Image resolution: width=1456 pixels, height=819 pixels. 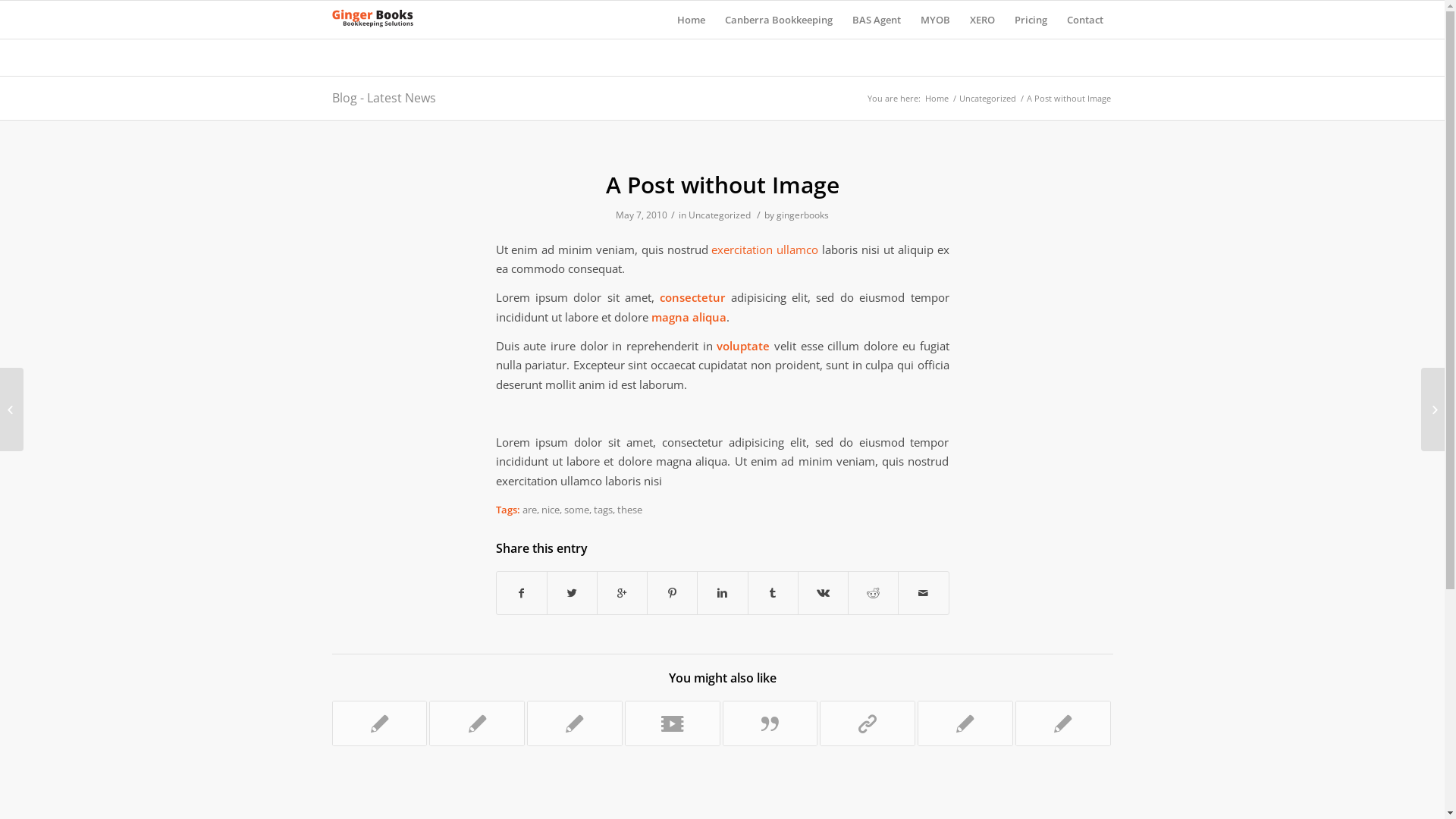 What do you see at coordinates (601, 509) in the screenshot?
I see `'tags'` at bounding box center [601, 509].